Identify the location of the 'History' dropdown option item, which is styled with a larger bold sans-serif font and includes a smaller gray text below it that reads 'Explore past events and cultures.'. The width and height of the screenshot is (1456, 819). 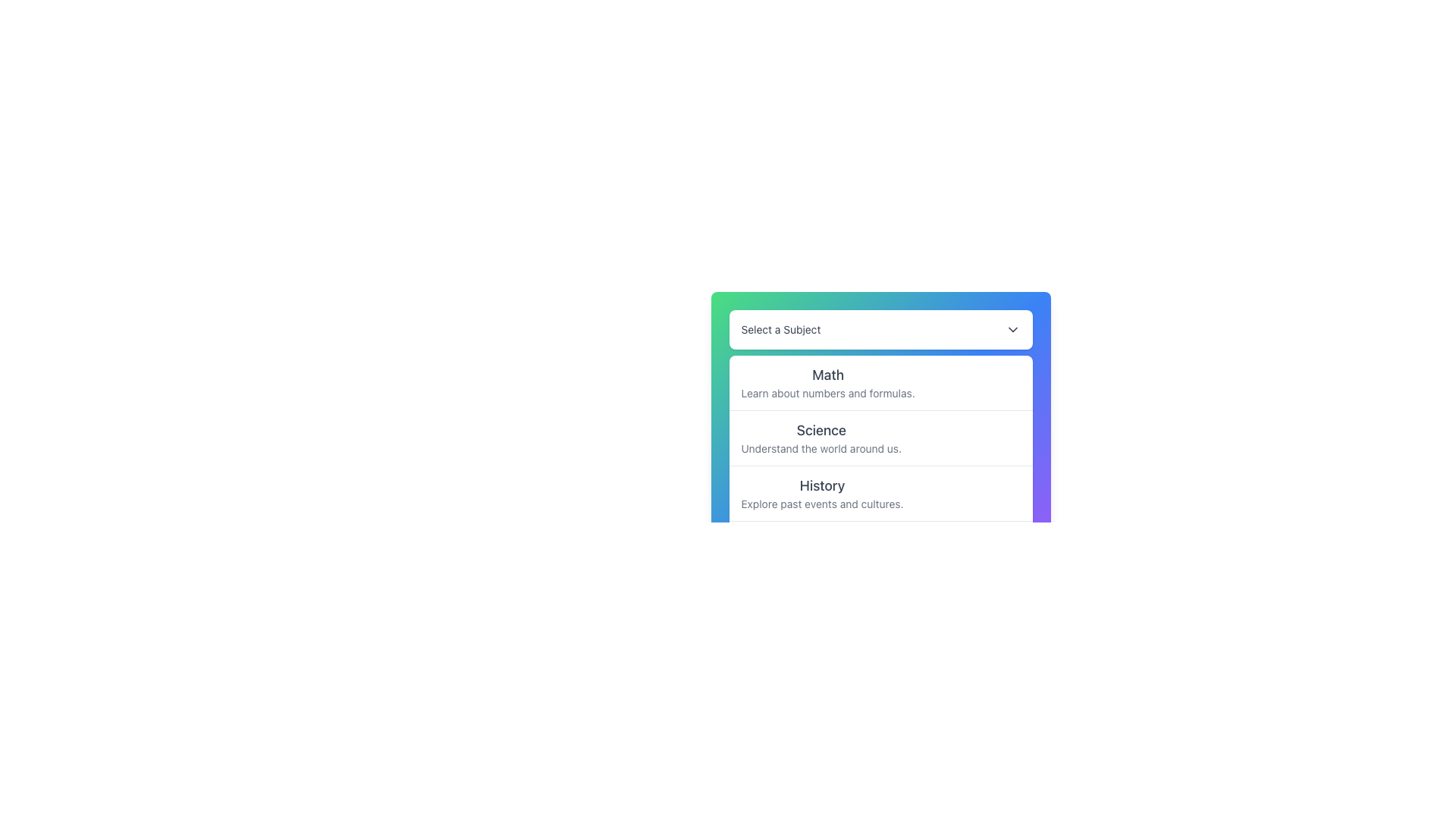
(821, 494).